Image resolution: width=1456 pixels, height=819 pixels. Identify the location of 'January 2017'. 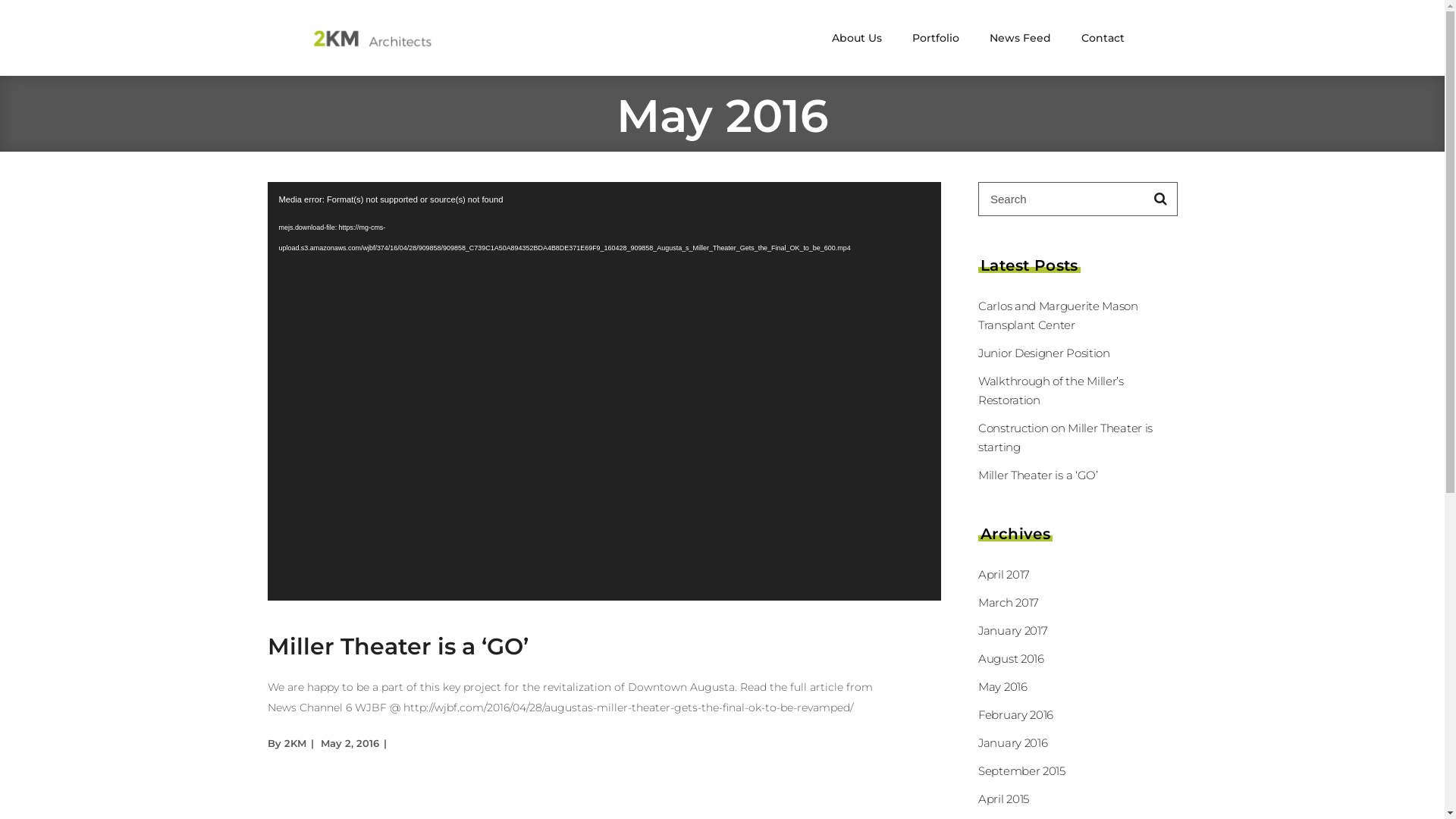
(978, 630).